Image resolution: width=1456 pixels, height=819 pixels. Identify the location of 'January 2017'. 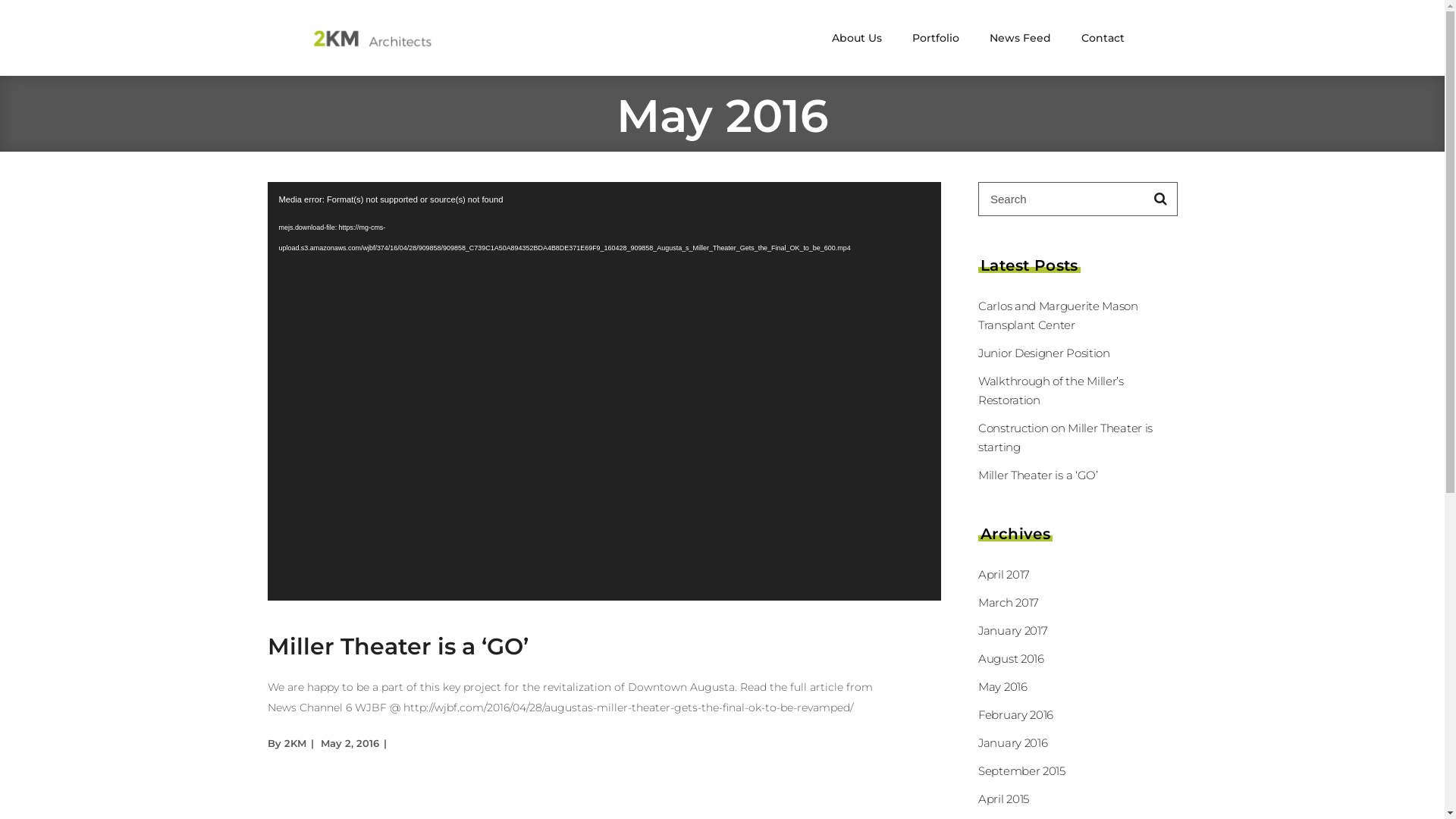
(978, 630).